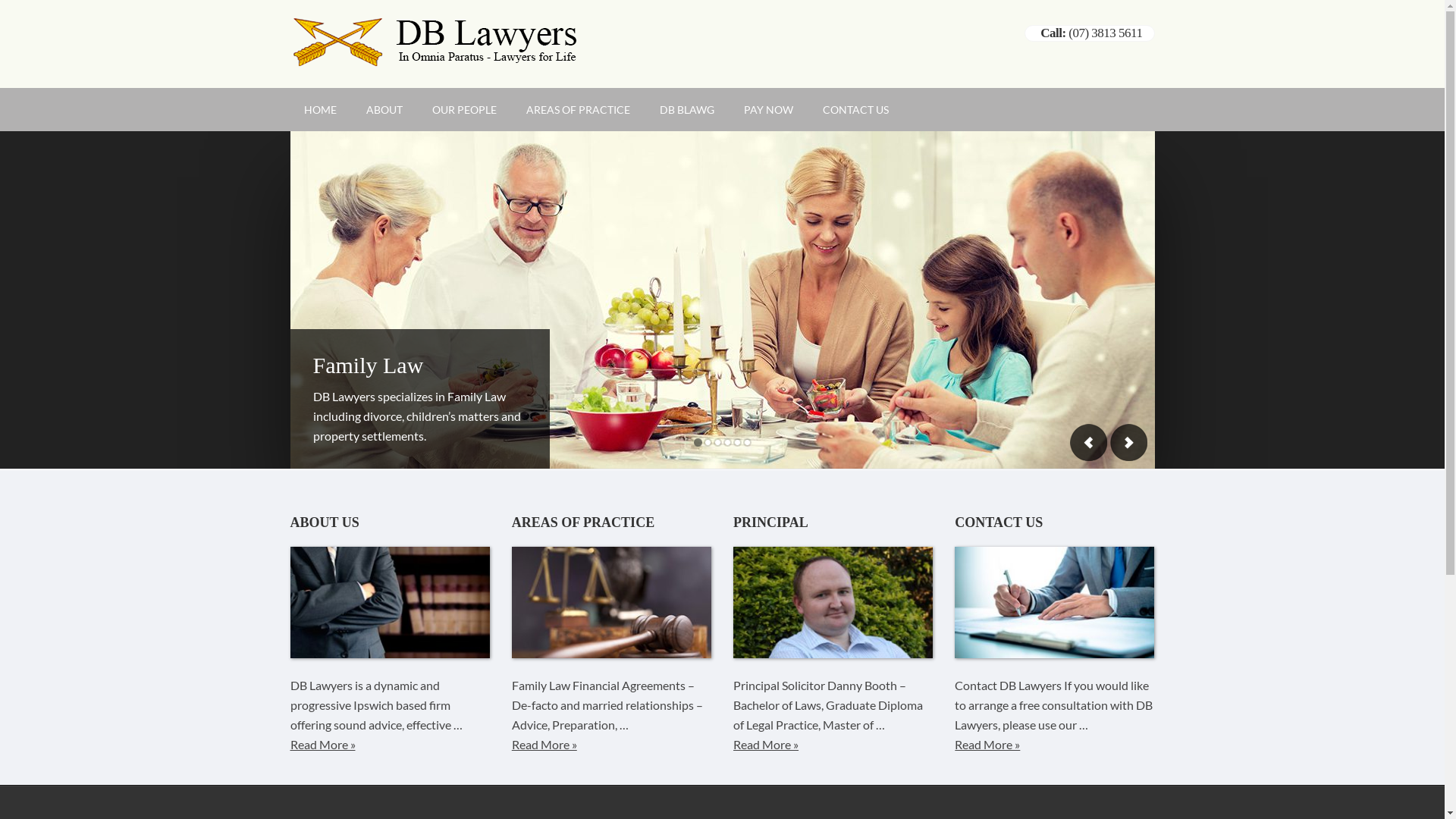  What do you see at coordinates (701, 443) in the screenshot?
I see `'2'` at bounding box center [701, 443].